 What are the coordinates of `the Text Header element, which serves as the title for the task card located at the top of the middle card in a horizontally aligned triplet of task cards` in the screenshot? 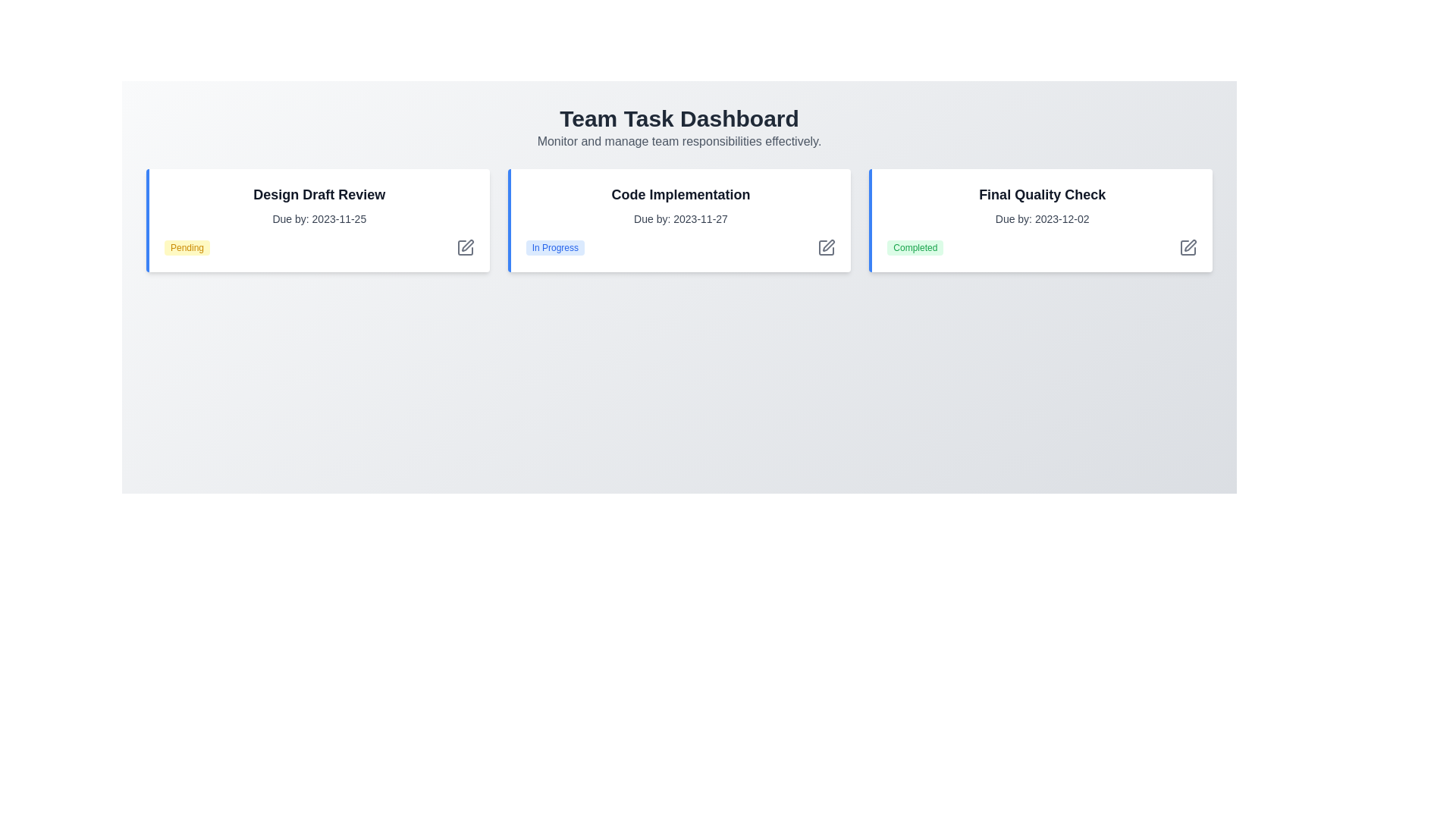 It's located at (679, 194).